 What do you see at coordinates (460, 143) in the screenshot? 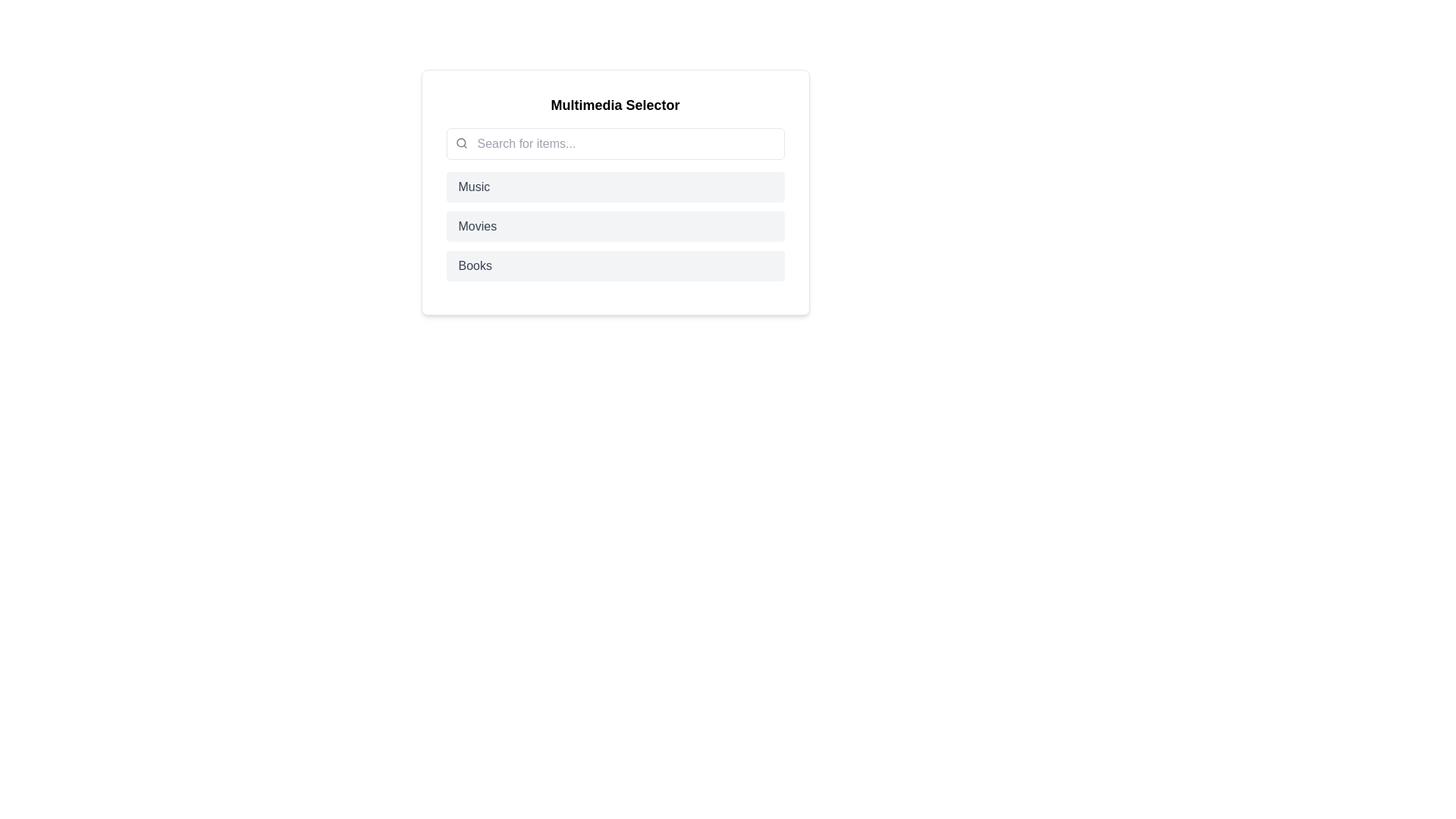
I see `the circular shape within the magnifying glass icon representing the search feature, located near the top-left corner of the search input field` at bounding box center [460, 143].